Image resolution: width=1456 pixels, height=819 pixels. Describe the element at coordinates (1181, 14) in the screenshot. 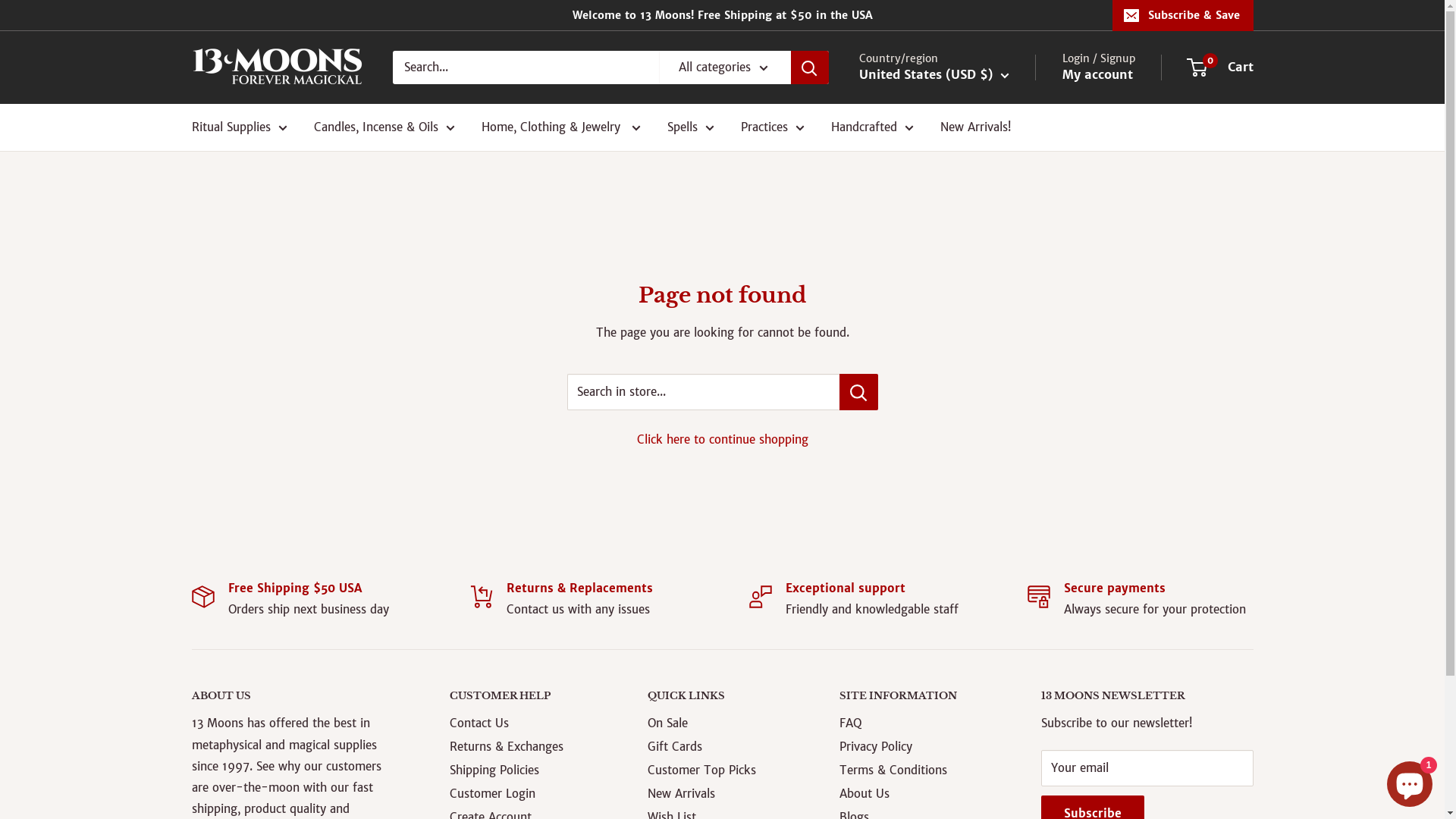

I see `'Subscribe & Save'` at that location.